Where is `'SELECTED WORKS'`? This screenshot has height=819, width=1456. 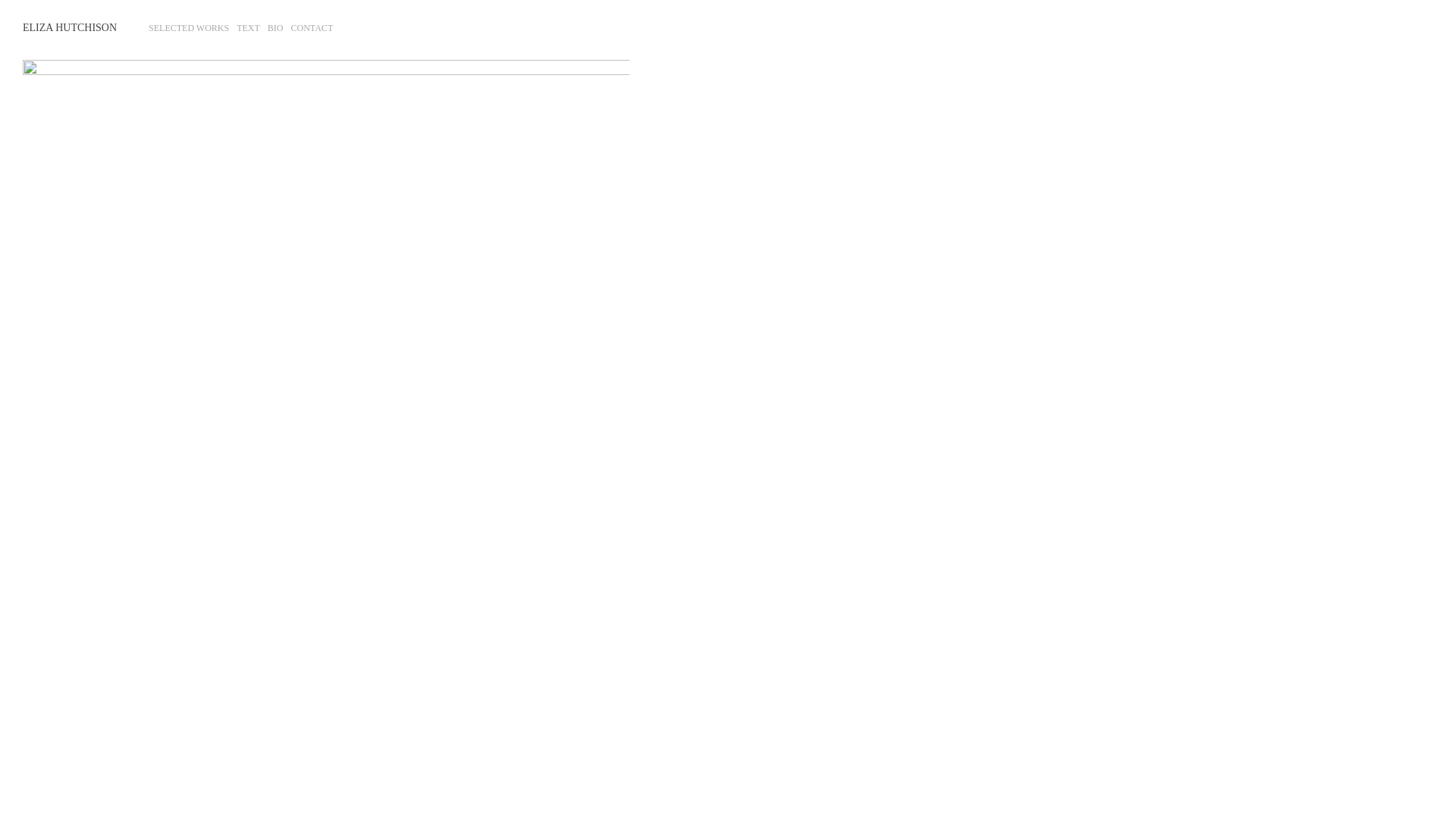 'SELECTED WORKS' is located at coordinates (188, 28).